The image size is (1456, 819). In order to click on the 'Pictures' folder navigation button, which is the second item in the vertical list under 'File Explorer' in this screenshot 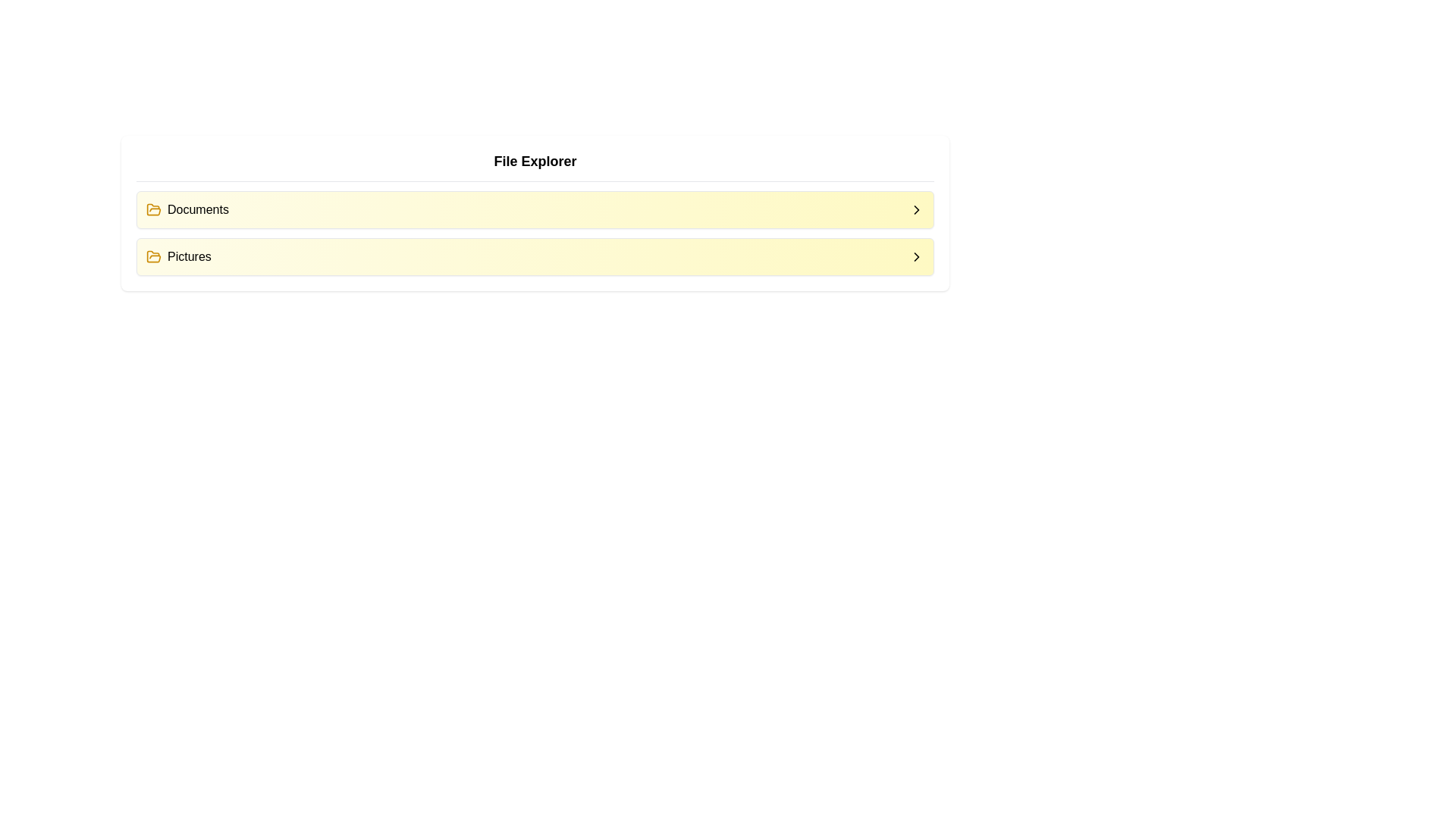, I will do `click(535, 256)`.